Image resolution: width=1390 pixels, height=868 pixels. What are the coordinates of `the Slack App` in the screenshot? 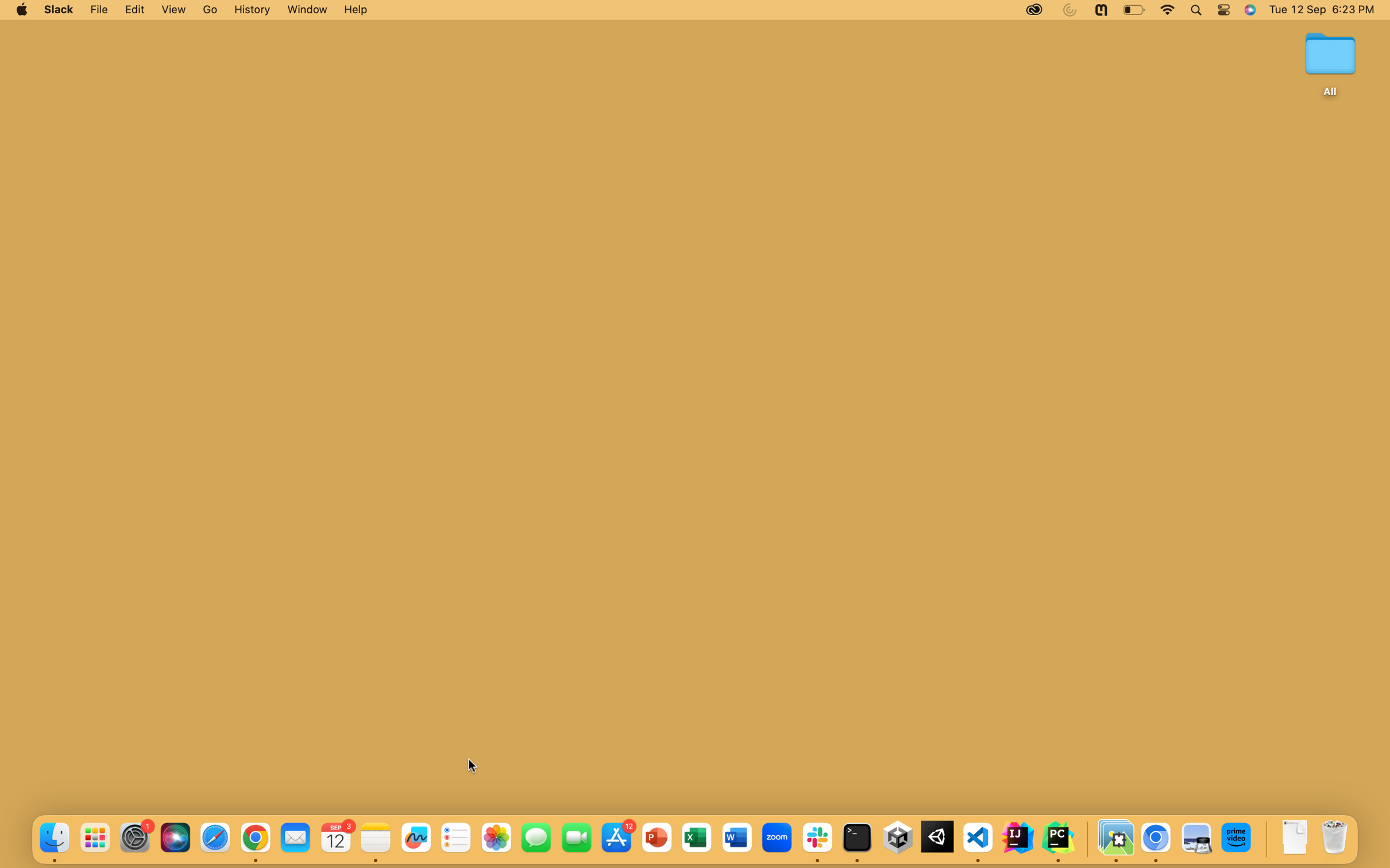 It's located at (59, 11).